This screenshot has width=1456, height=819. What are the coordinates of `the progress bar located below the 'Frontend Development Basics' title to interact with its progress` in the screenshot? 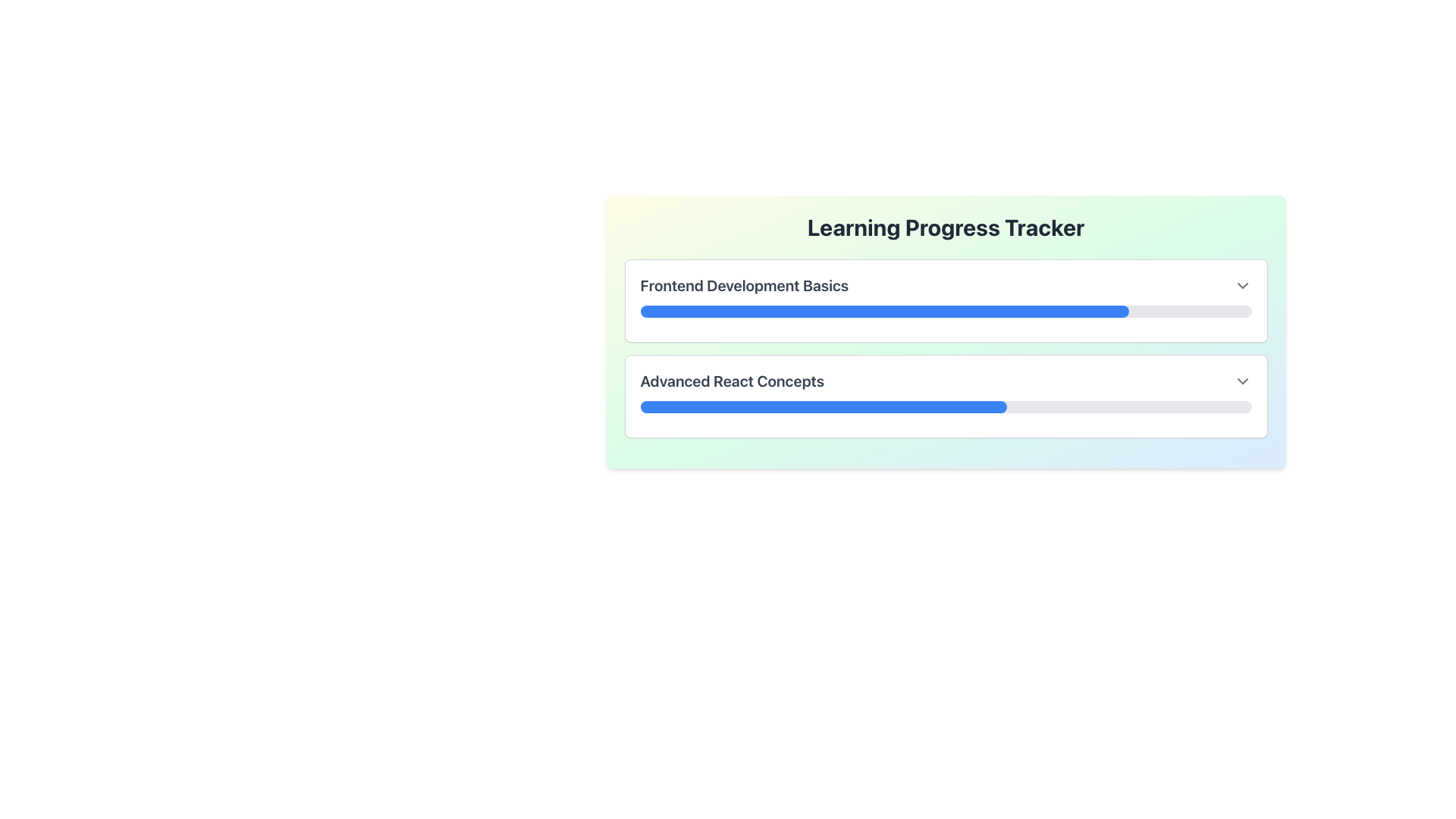 It's located at (945, 311).